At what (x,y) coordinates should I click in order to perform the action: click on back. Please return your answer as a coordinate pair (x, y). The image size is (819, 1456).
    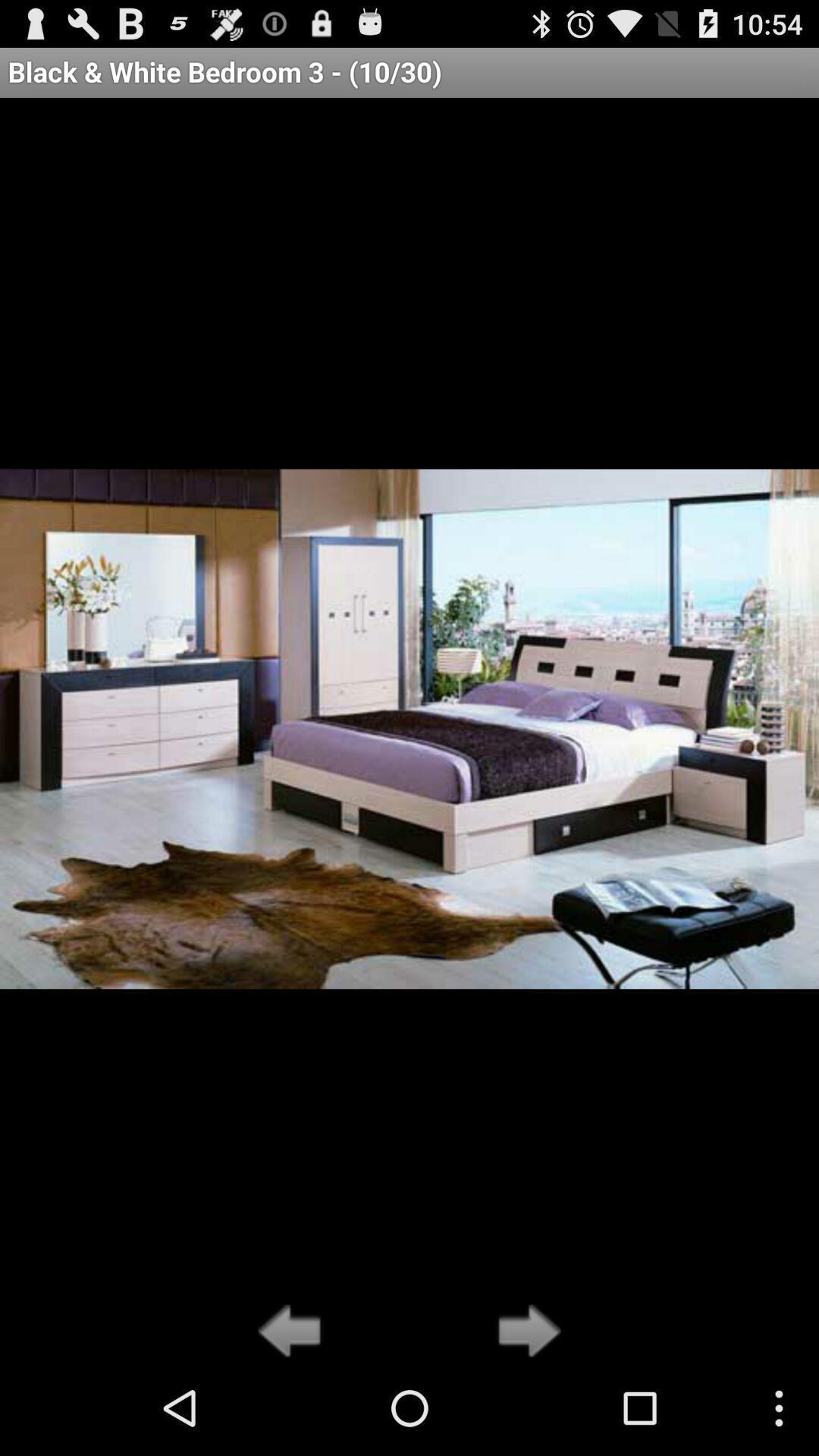
    Looking at the image, I should click on (293, 1332).